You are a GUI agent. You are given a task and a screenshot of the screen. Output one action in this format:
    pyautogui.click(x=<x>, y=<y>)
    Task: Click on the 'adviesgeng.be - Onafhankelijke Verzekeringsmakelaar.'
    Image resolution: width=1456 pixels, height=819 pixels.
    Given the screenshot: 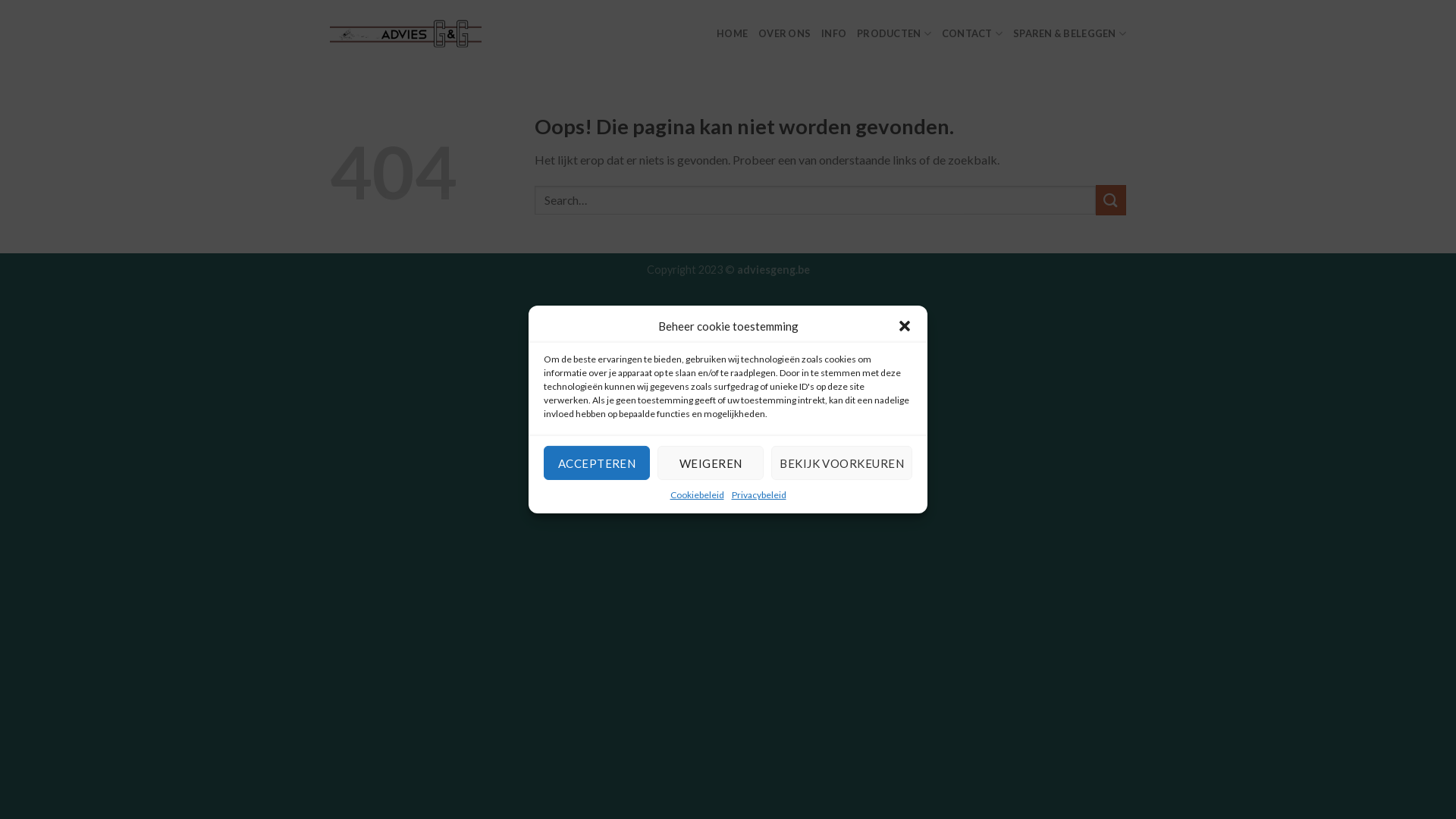 What is the action you would take?
    pyautogui.click(x=405, y=33)
    